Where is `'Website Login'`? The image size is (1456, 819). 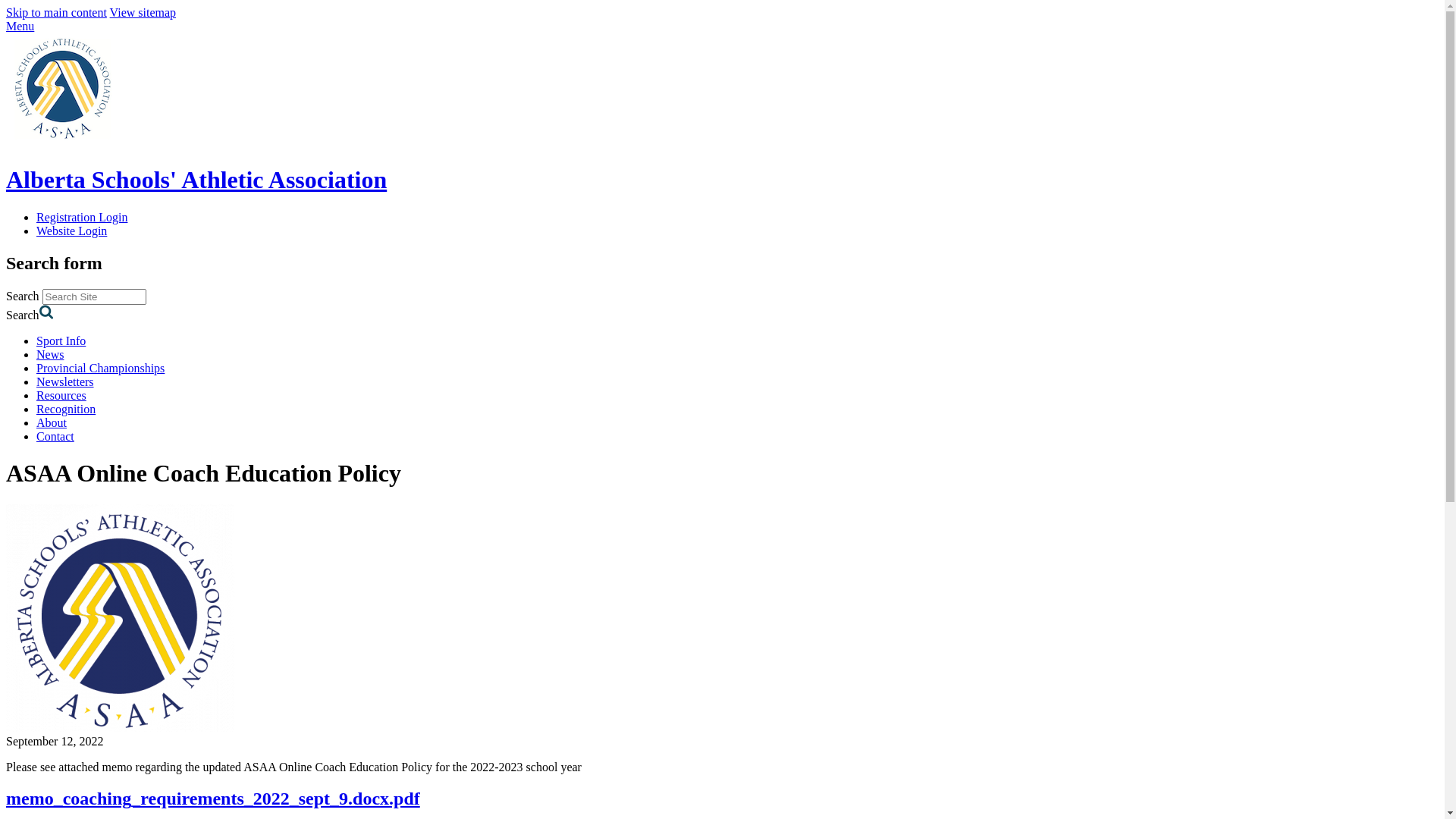 'Website Login' is located at coordinates (71, 231).